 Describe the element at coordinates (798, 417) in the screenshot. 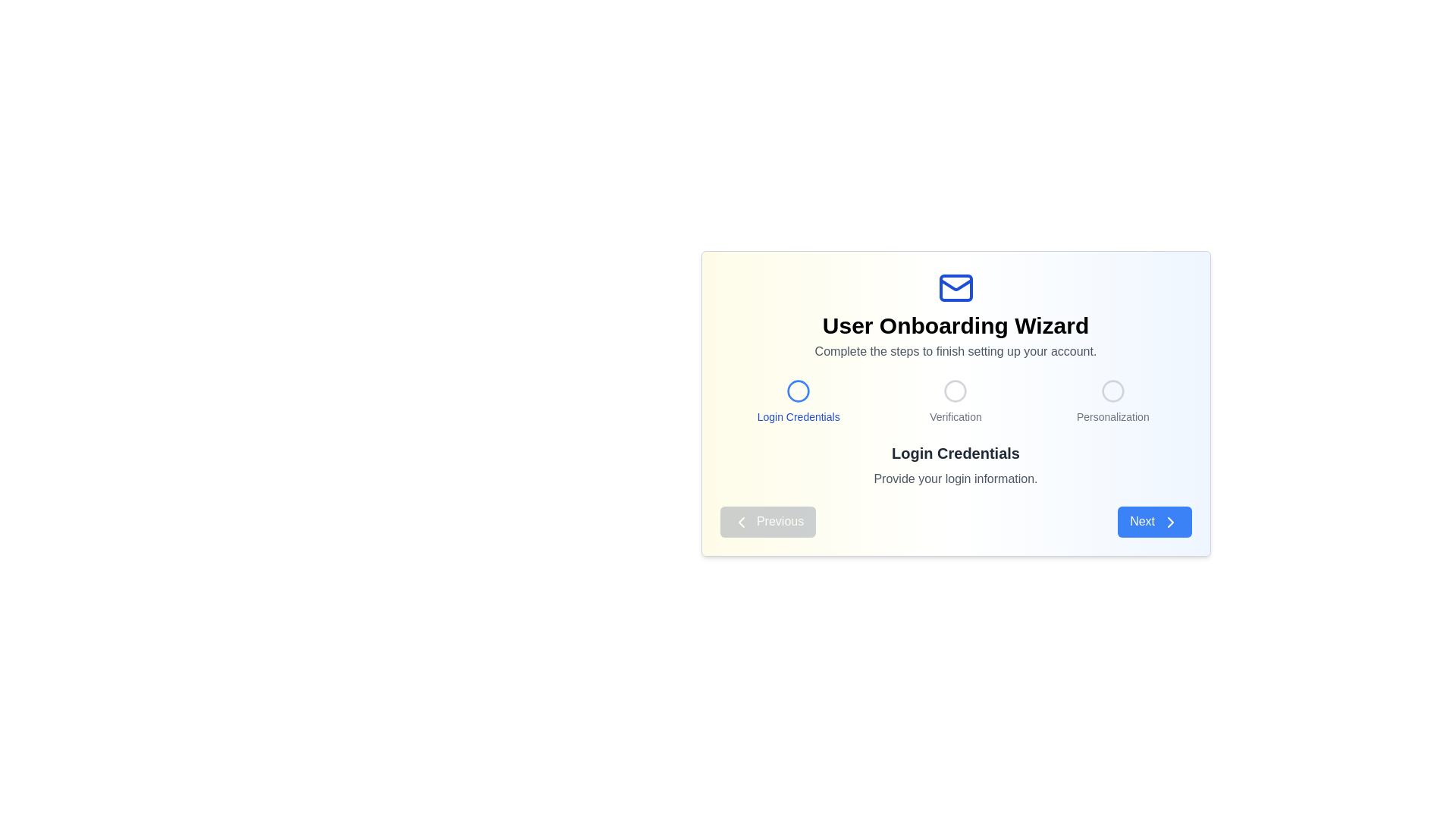

I see `the 'Login Credentials' text label in the onboarding wizard` at that location.